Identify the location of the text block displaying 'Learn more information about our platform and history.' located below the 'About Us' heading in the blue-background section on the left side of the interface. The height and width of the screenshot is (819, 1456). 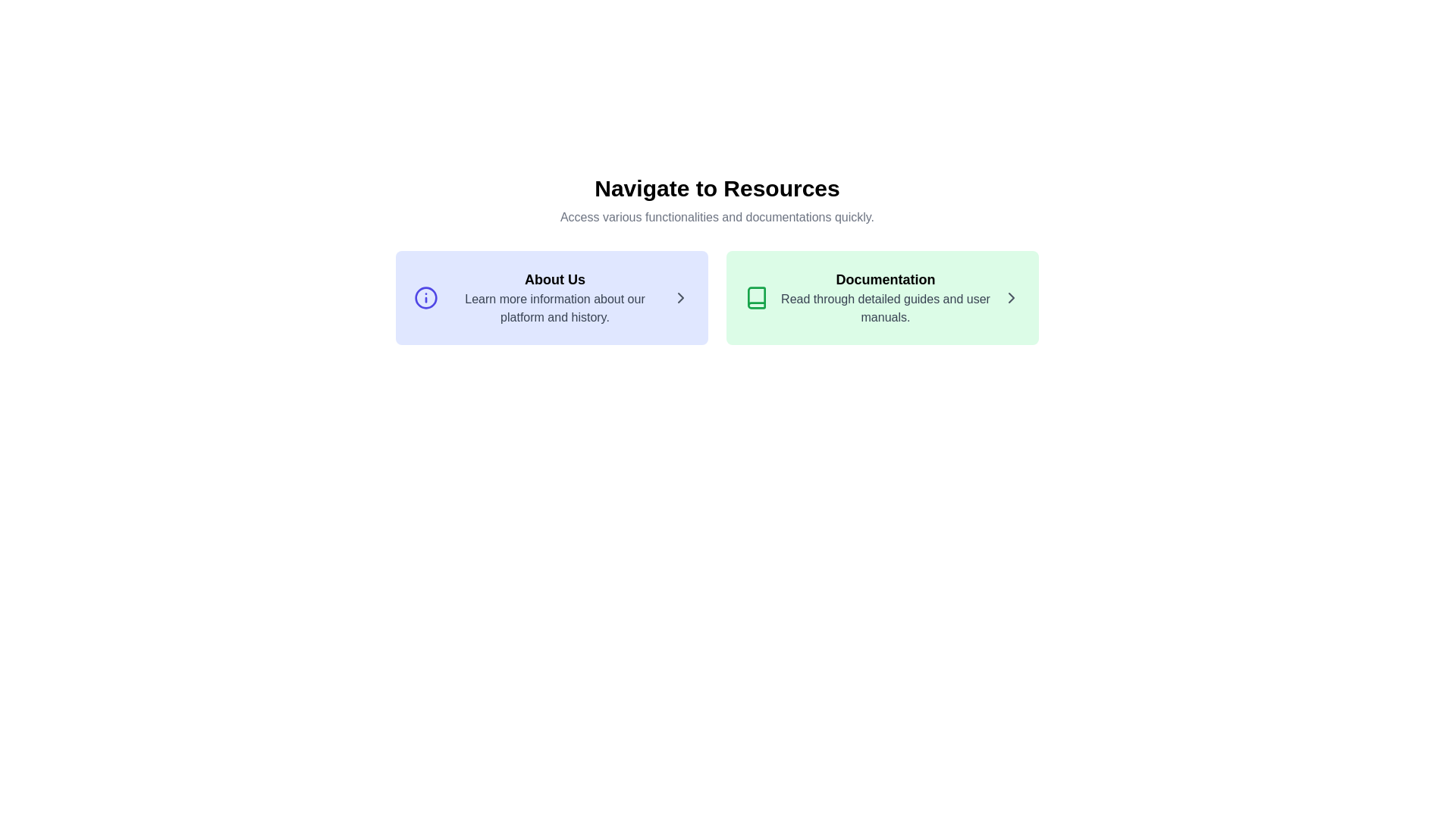
(554, 308).